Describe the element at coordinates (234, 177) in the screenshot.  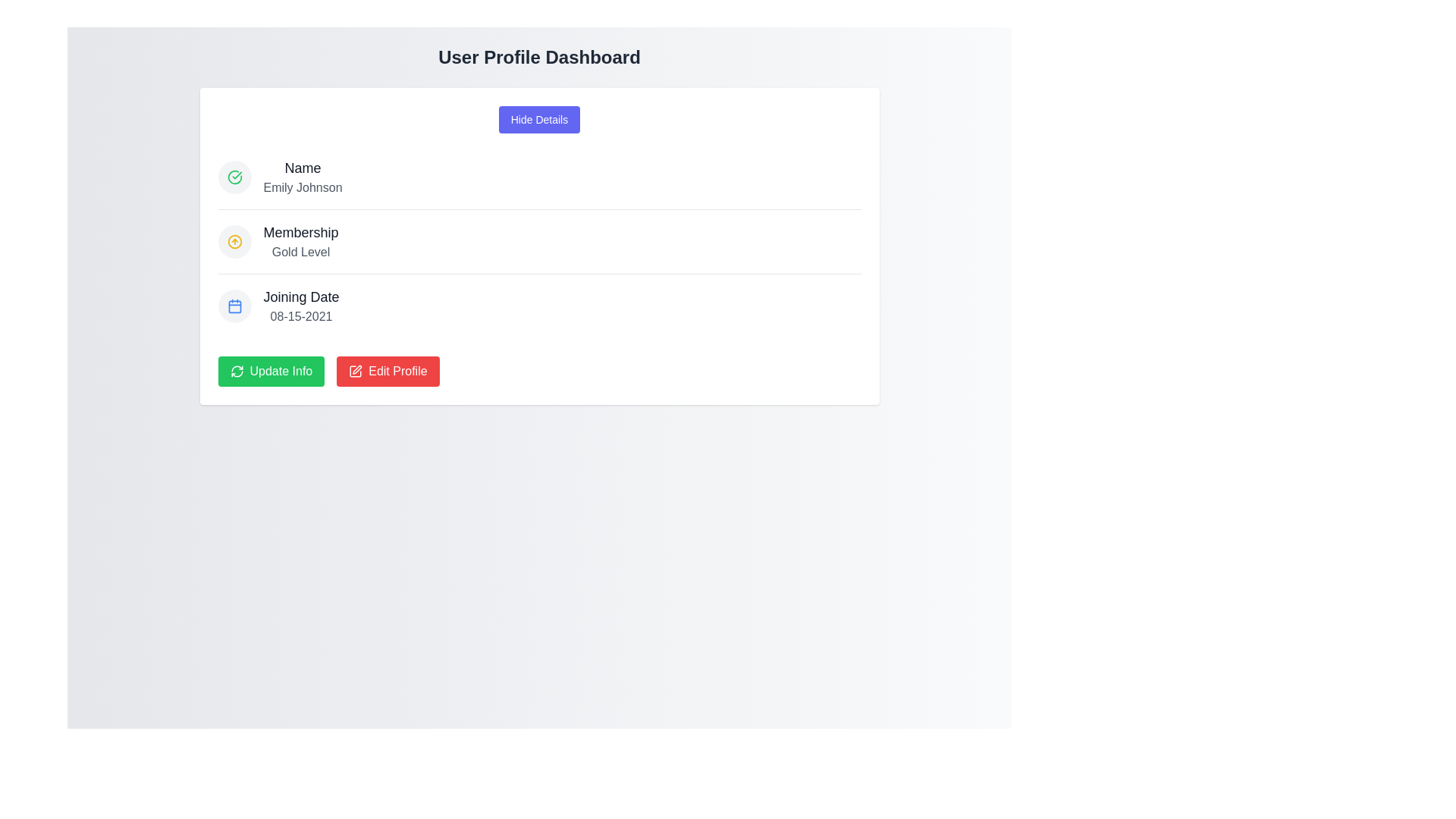
I see `success icon located to the left of the 'Name' text in the user profile for additional information` at that location.